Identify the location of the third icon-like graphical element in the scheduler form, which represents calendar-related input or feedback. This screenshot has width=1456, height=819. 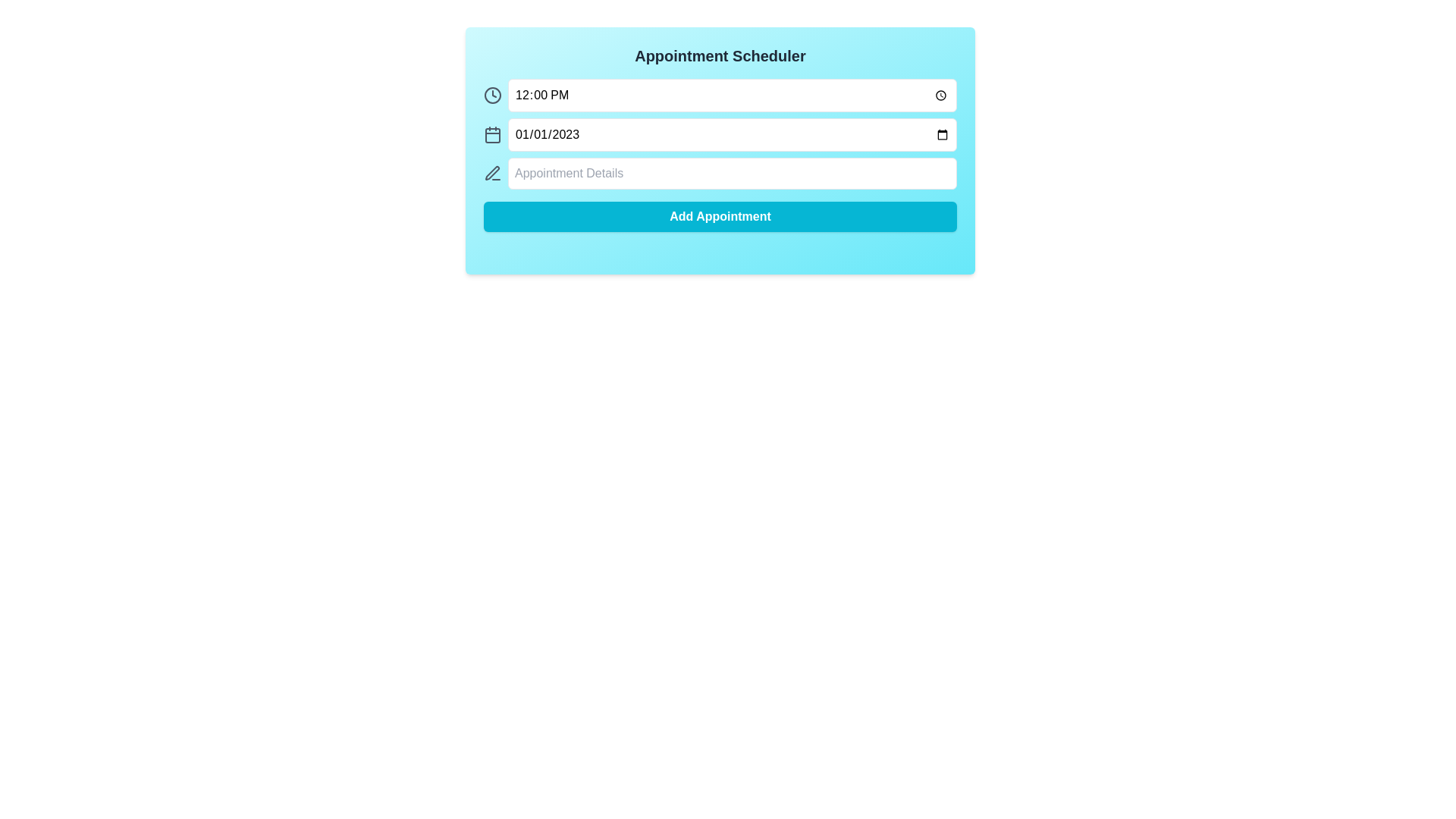
(492, 134).